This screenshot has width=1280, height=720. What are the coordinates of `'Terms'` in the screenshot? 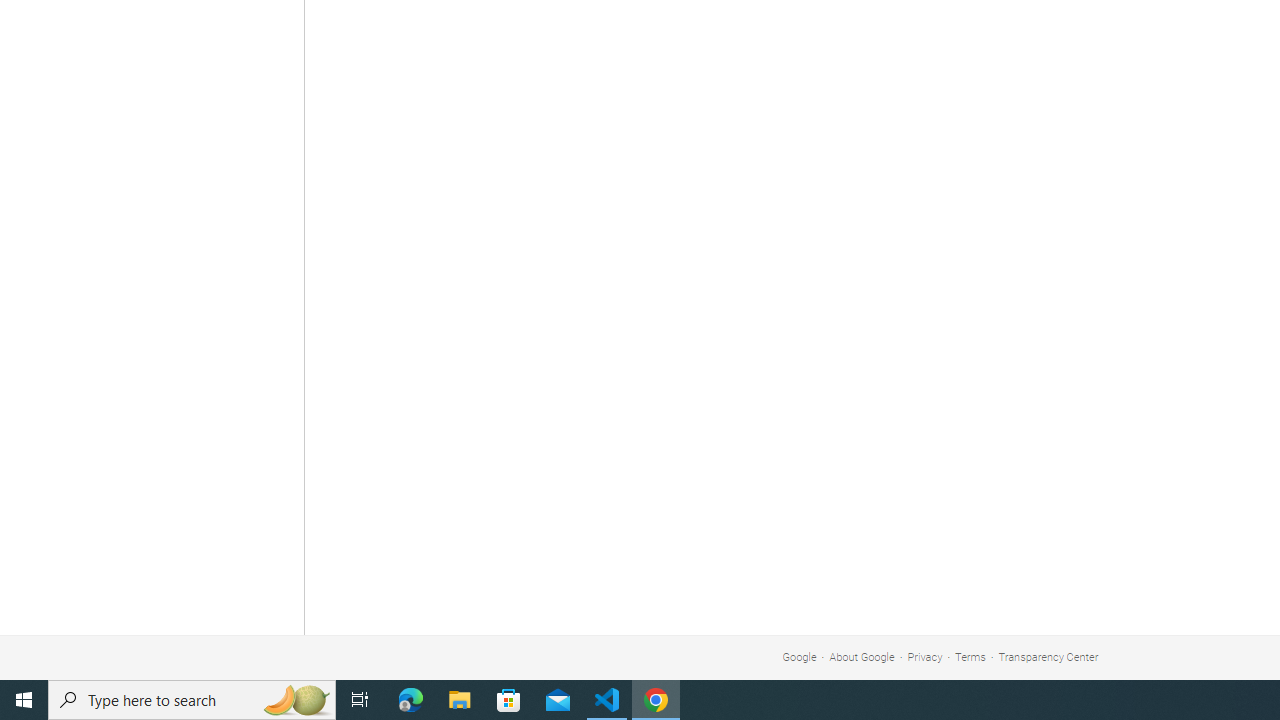 It's located at (970, 657).